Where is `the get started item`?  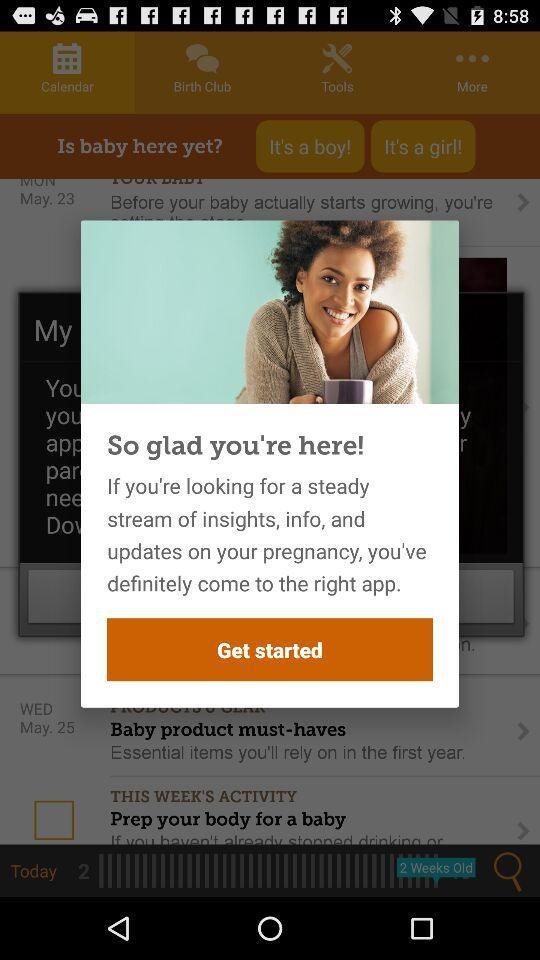
the get started item is located at coordinates (270, 648).